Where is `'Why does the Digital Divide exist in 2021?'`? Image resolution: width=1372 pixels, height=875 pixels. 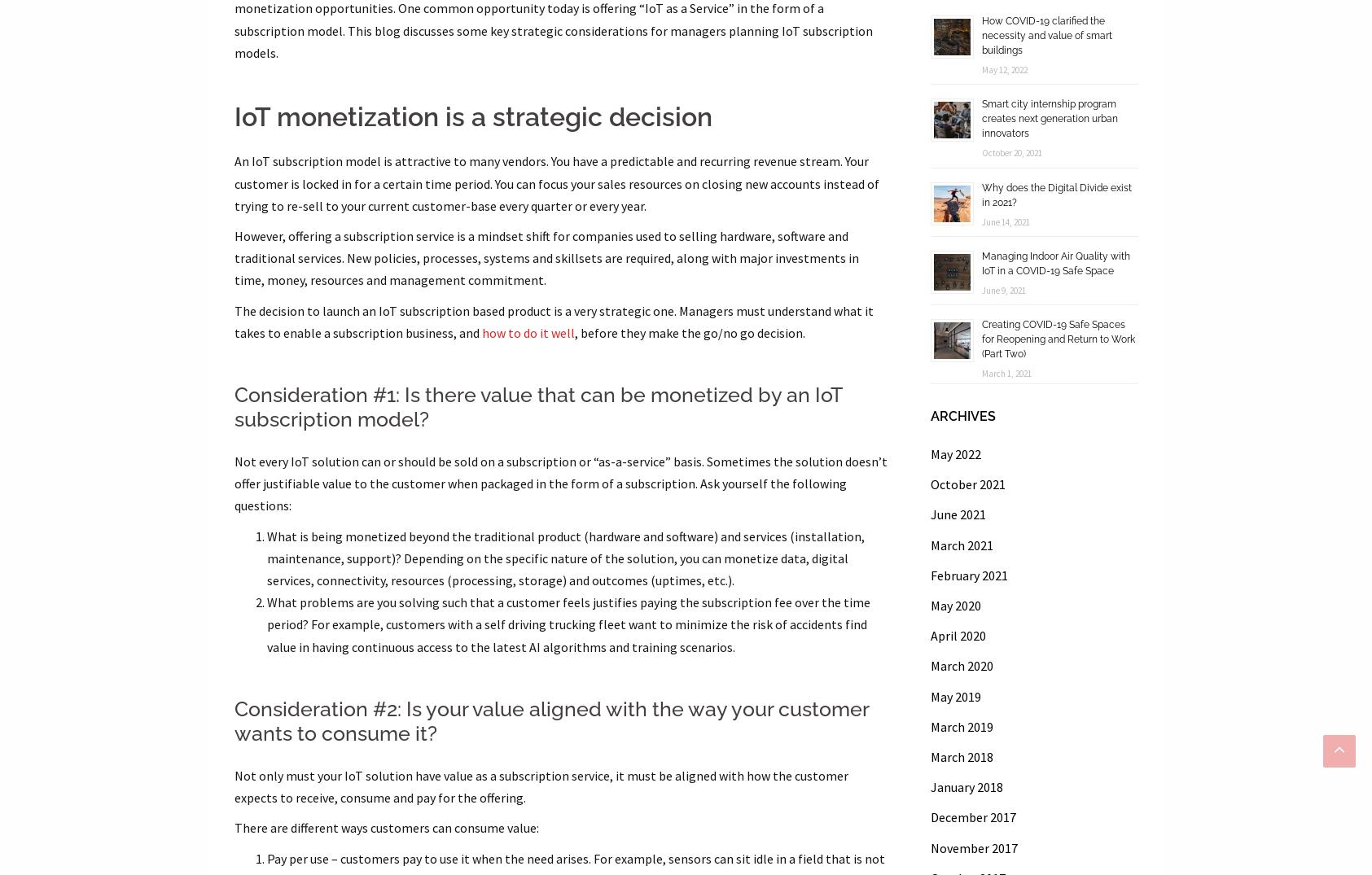 'Why does the Digital Divide exist in 2021?' is located at coordinates (1055, 193).